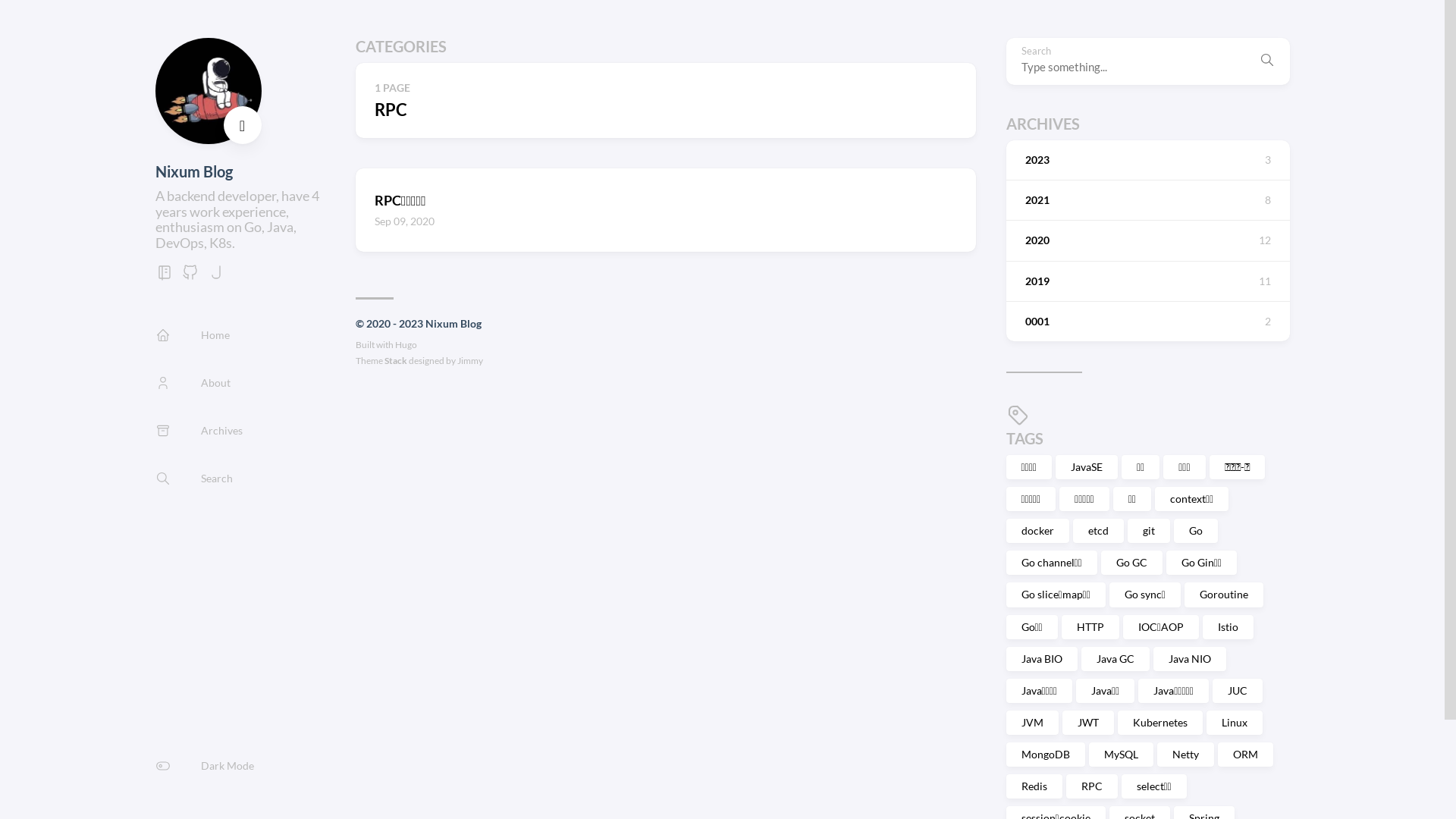  I want to click on 'gitbook', so click(164, 276).